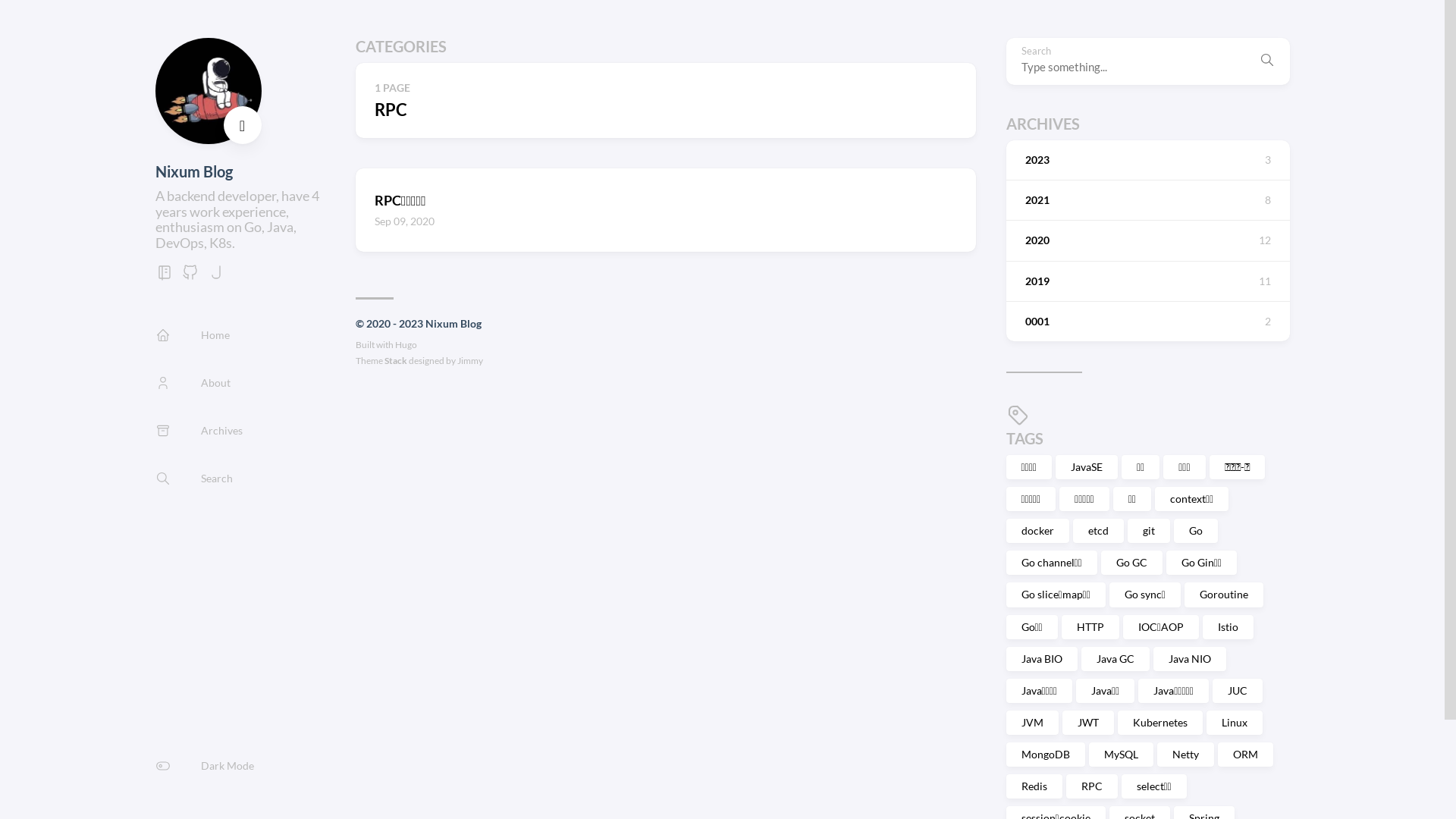  I want to click on 'gitbook', so click(164, 276).